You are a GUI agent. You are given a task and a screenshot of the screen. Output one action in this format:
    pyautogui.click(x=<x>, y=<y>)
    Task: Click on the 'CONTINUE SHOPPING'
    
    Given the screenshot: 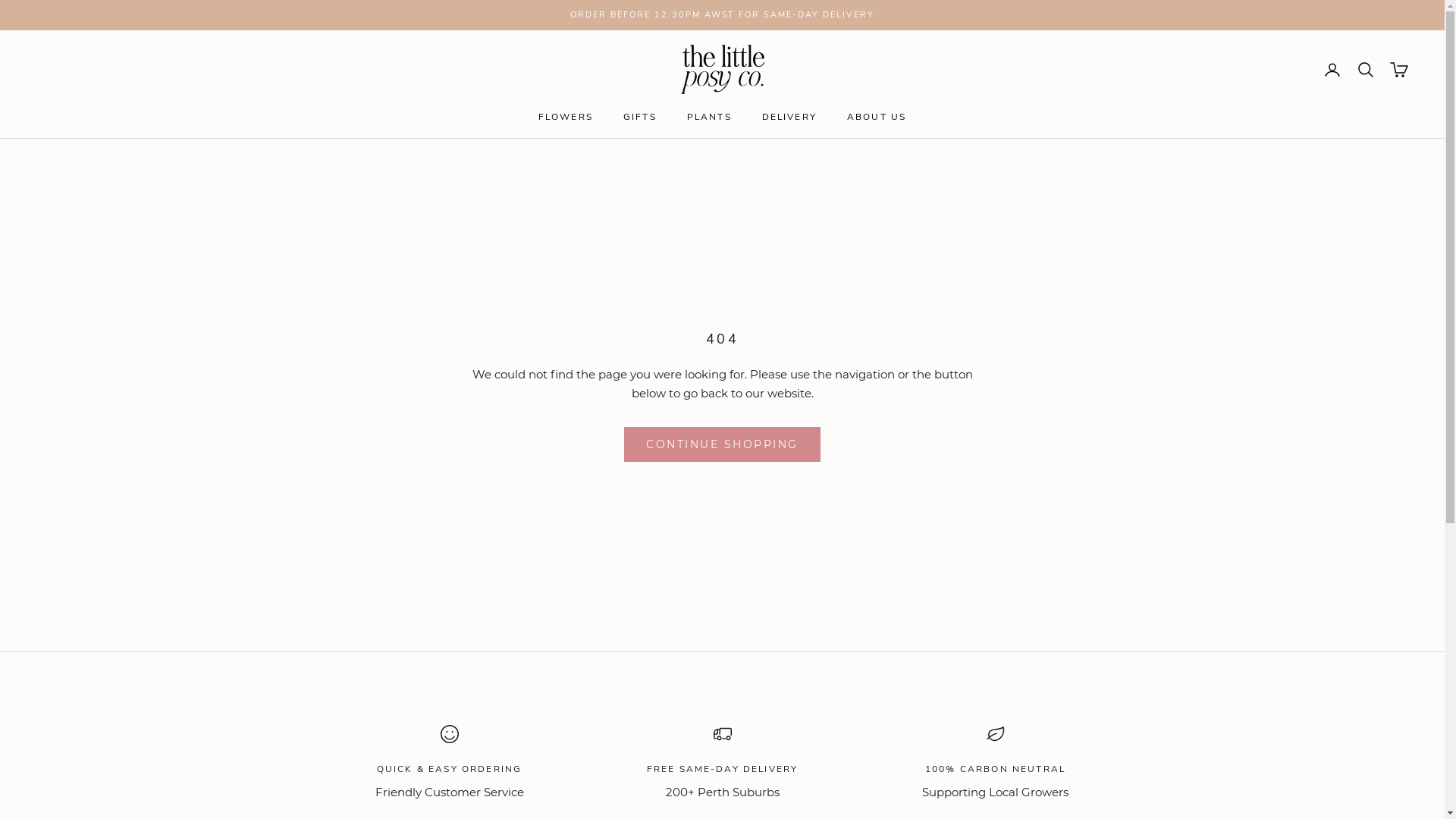 What is the action you would take?
    pyautogui.click(x=623, y=444)
    